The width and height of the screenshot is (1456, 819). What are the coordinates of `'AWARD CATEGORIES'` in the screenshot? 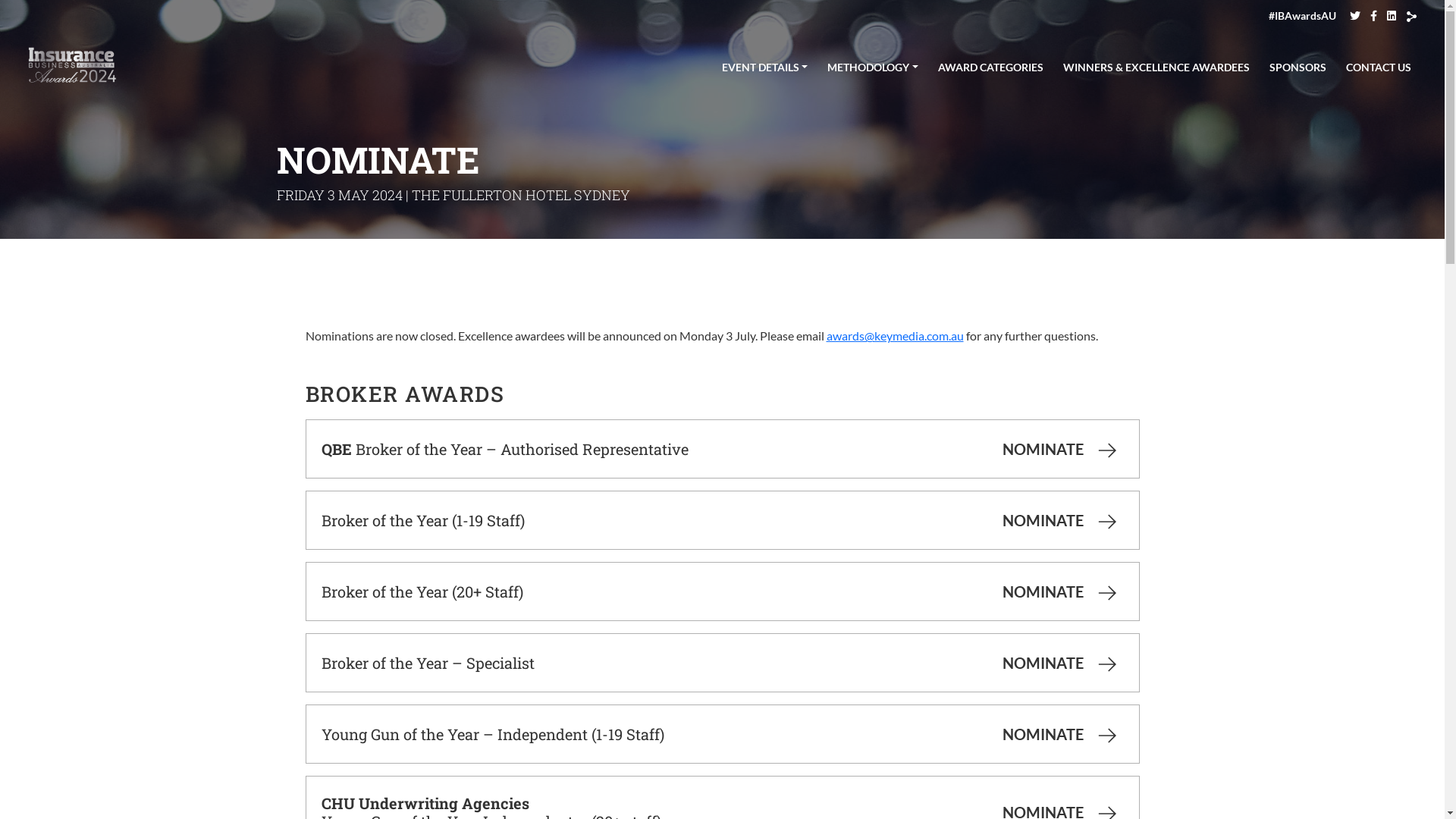 It's located at (930, 64).